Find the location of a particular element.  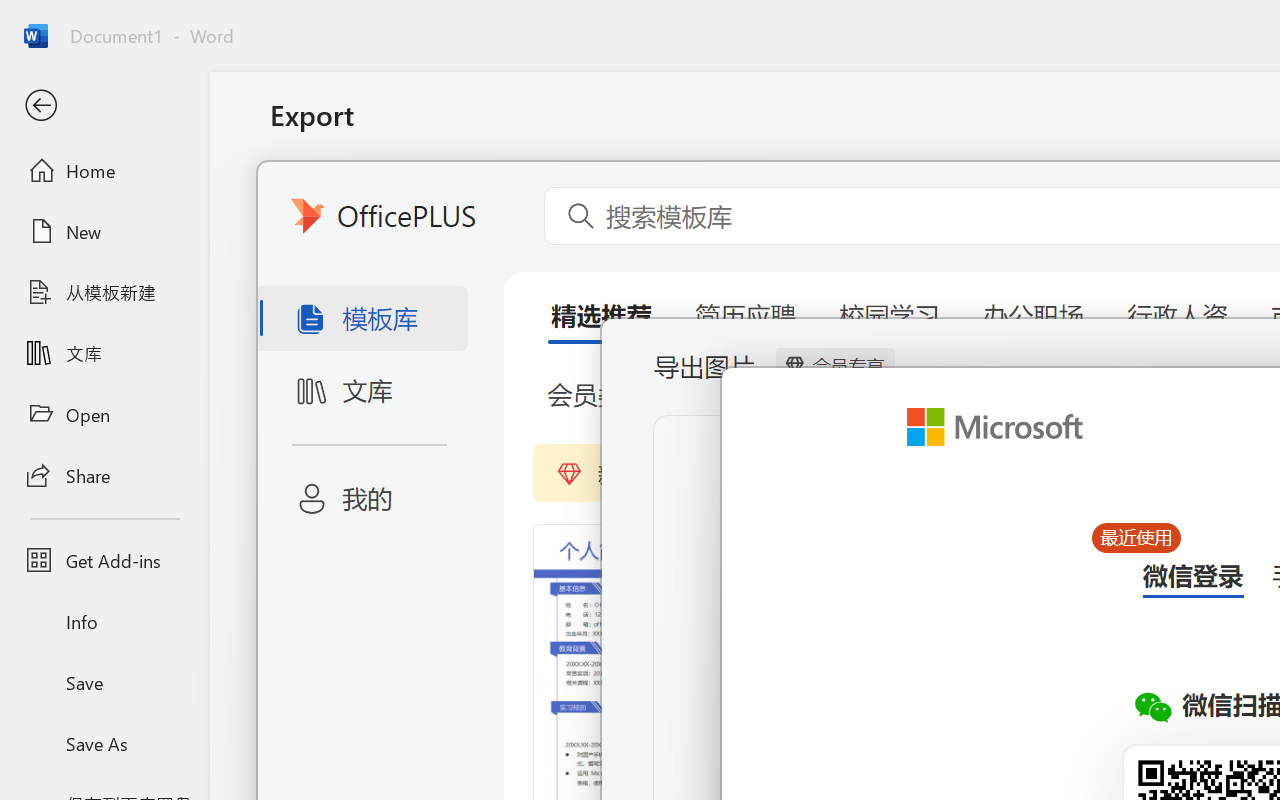

'Get Add-ins' is located at coordinates (103, 560).